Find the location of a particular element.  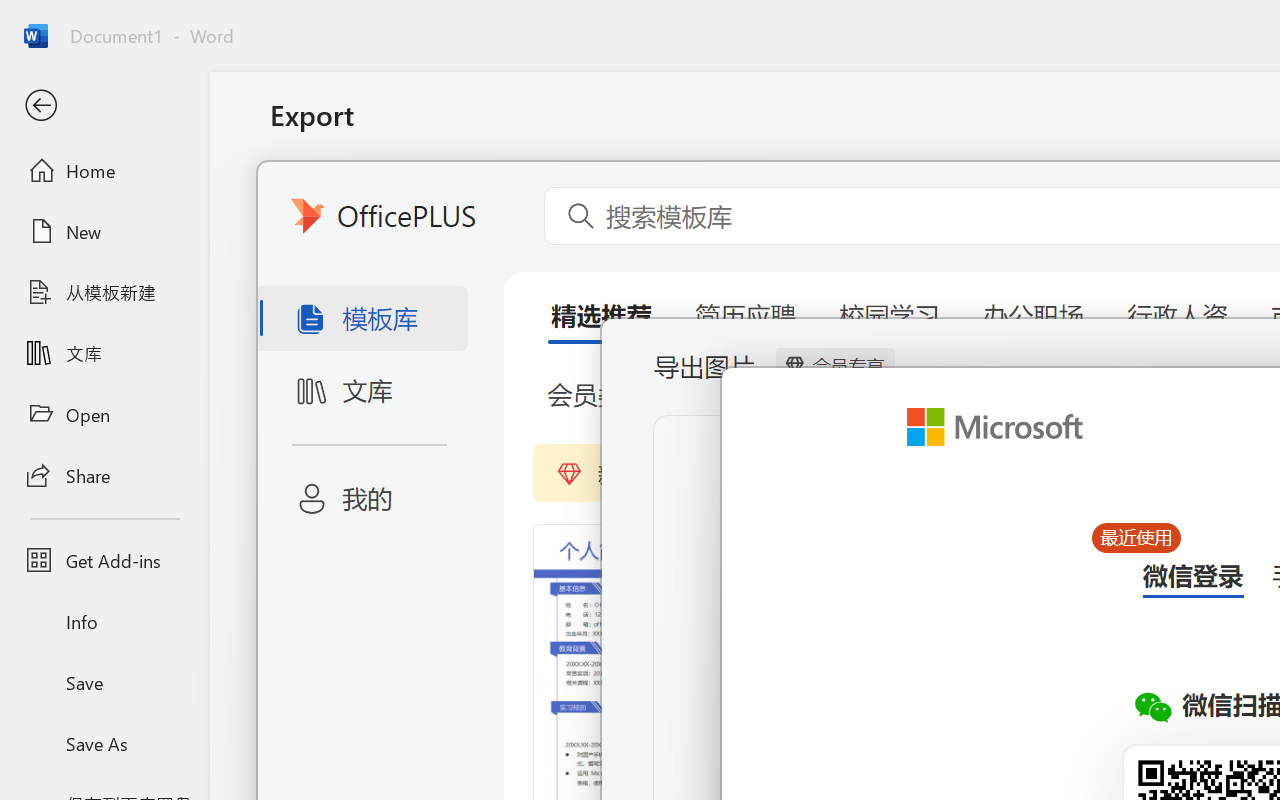

'Get Add-ins' is located at coordinates (103, 560).